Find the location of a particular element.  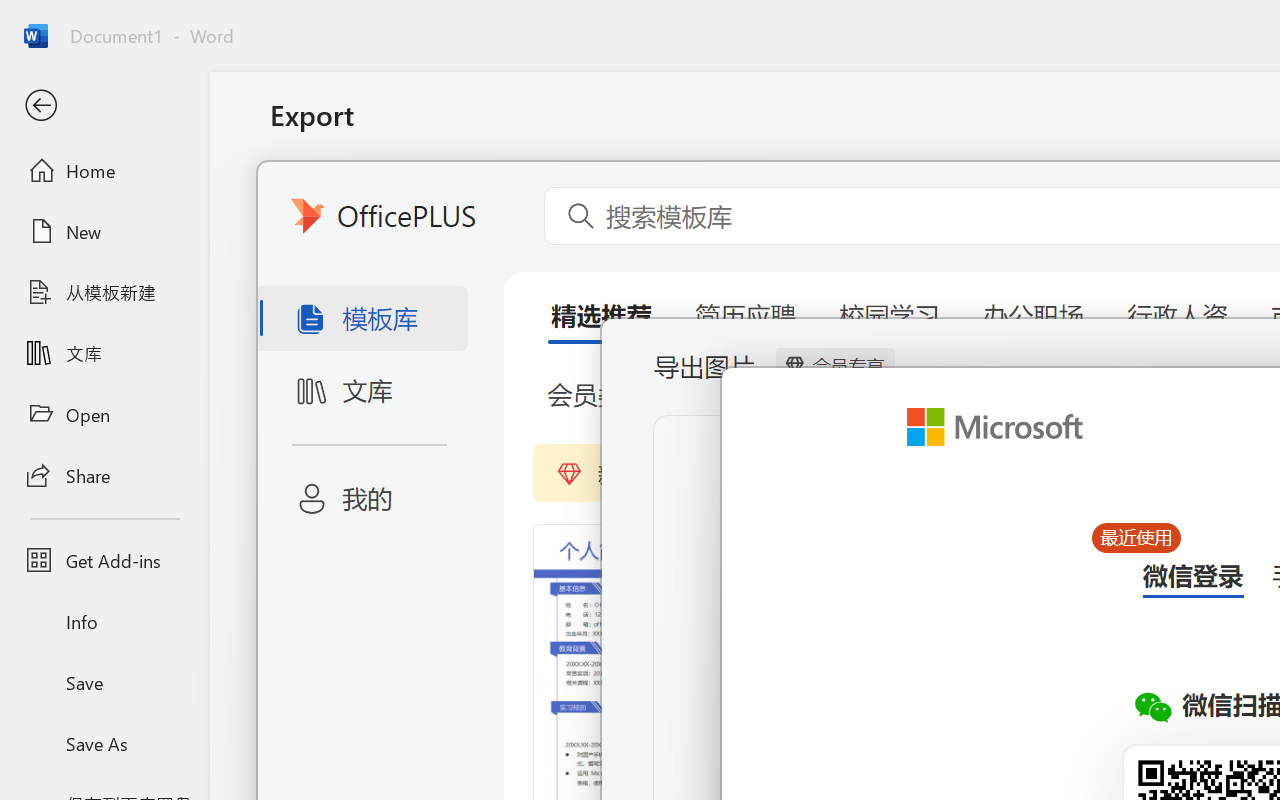

'Get Add-ins' is located at coordinates (103, 560).